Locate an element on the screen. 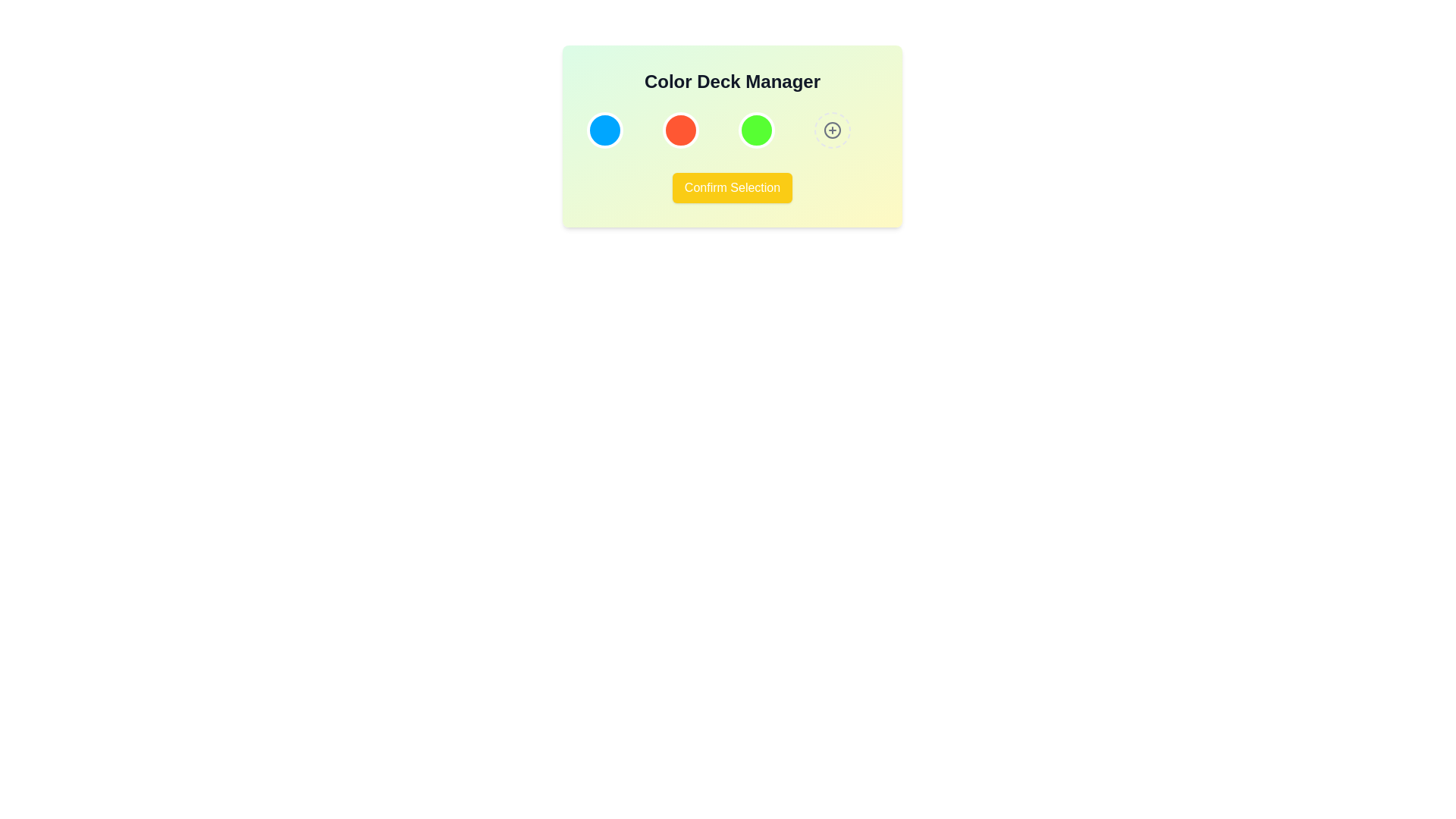  the rectangular yellow button labeled 'Confirm Selection' to confirm the selection is located at coordinates (732, 187).